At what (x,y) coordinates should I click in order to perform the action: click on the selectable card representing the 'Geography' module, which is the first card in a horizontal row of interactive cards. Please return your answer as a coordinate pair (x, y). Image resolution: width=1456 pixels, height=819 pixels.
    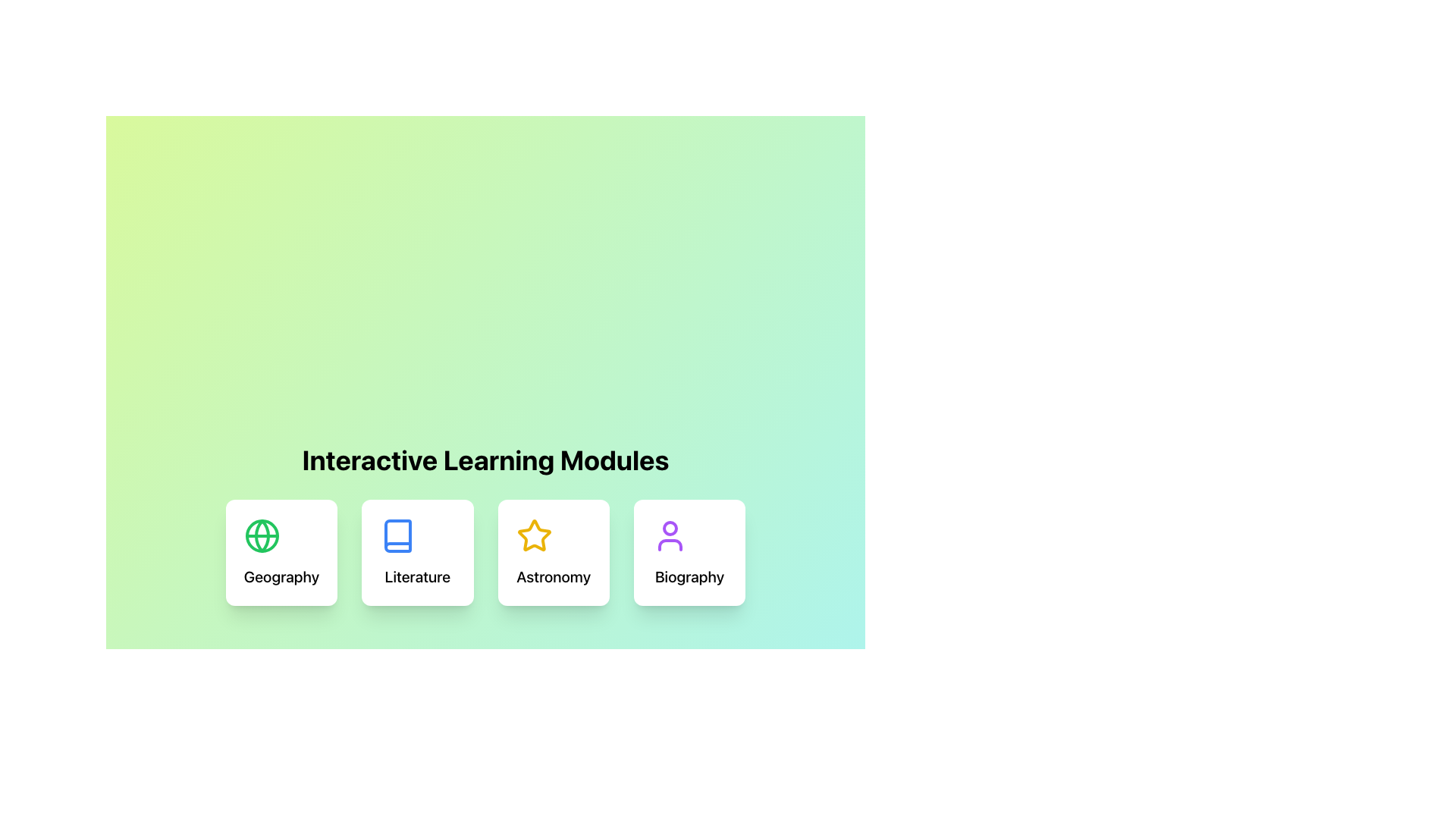
    Looking at the image, I should click on (281, 553).